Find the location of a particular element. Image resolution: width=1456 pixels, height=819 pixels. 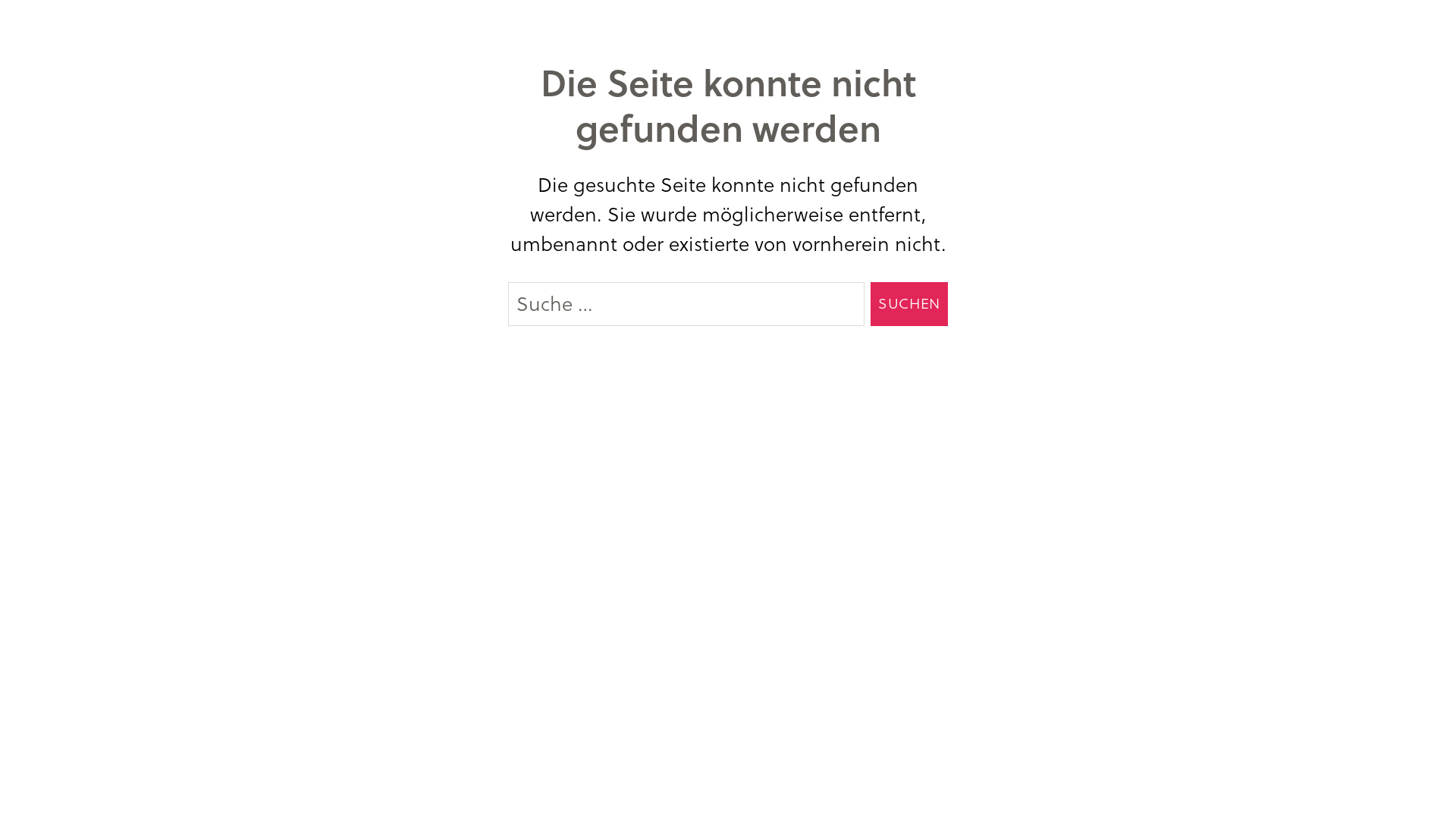

'Suchen' is located at coordinates (909, 304).